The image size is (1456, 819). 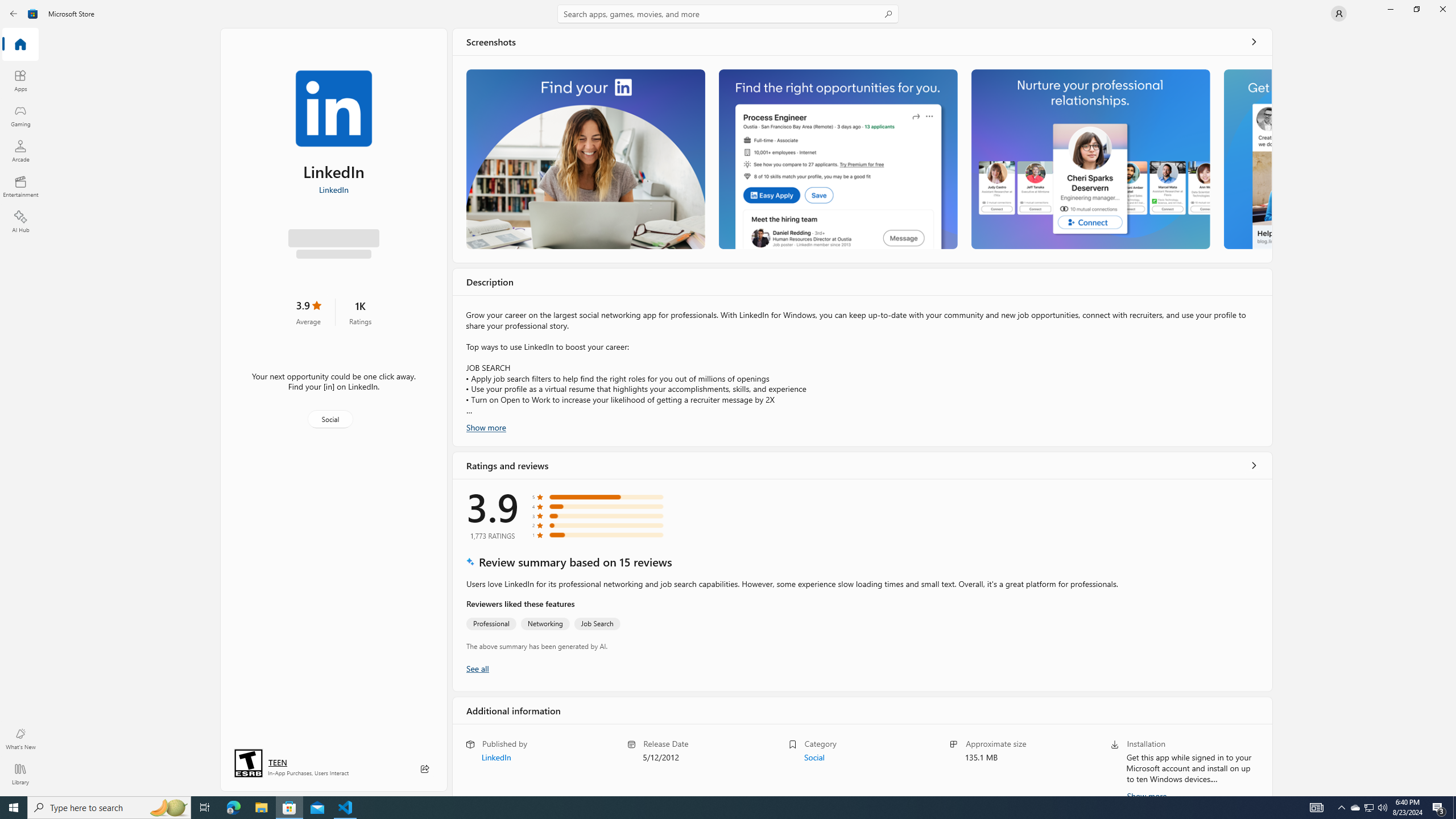 What do you see at coordinates (19, 115) in the screenshot?
I see `'Gaming'` at bounding box center [19, 115].